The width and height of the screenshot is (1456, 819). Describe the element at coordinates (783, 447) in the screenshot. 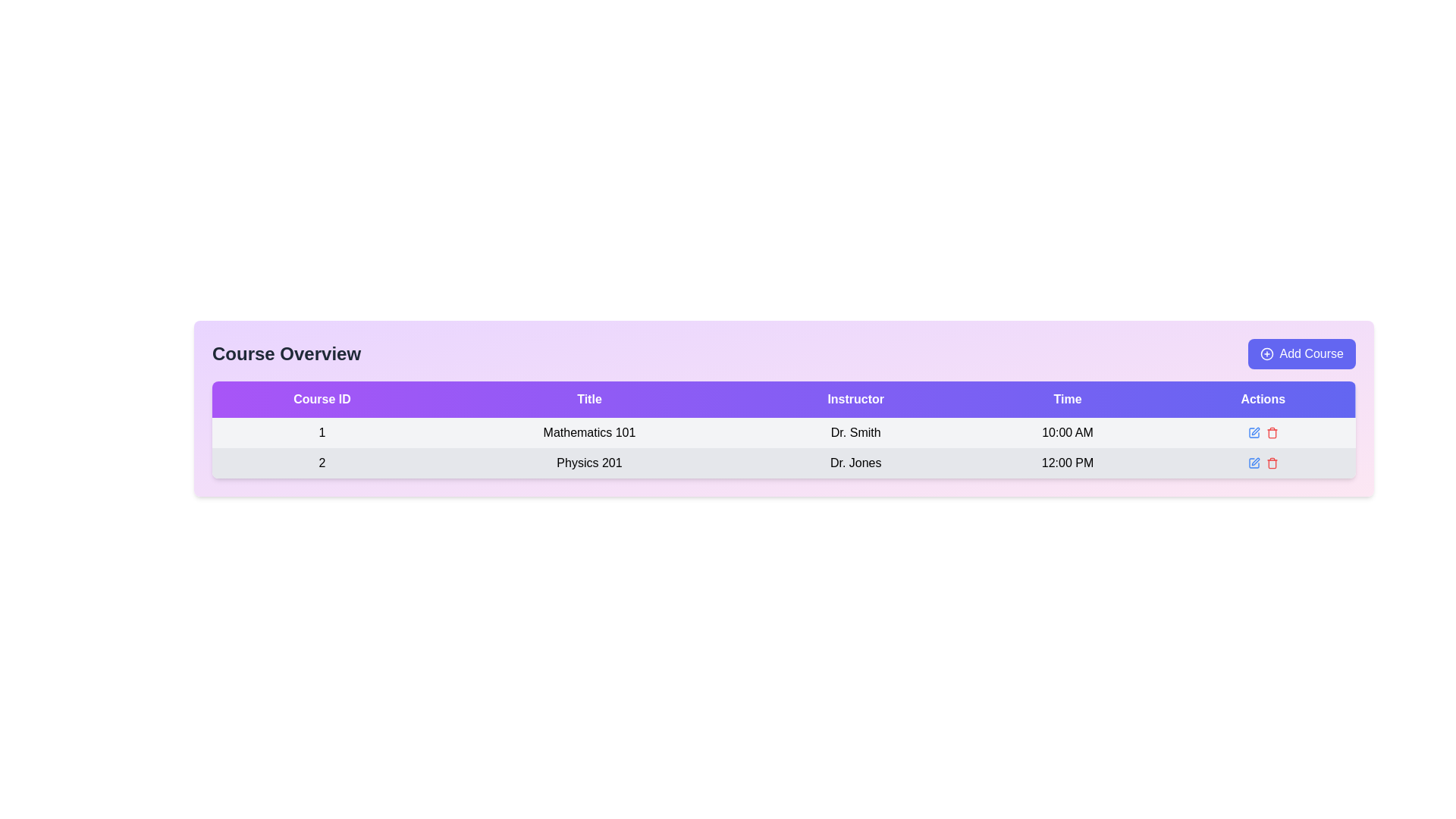

I see `the first course entry row in the table that contains details for 'Mathematics 101' taught by 'Dr. Smith' at '10:00 AM' for selection` at that location.